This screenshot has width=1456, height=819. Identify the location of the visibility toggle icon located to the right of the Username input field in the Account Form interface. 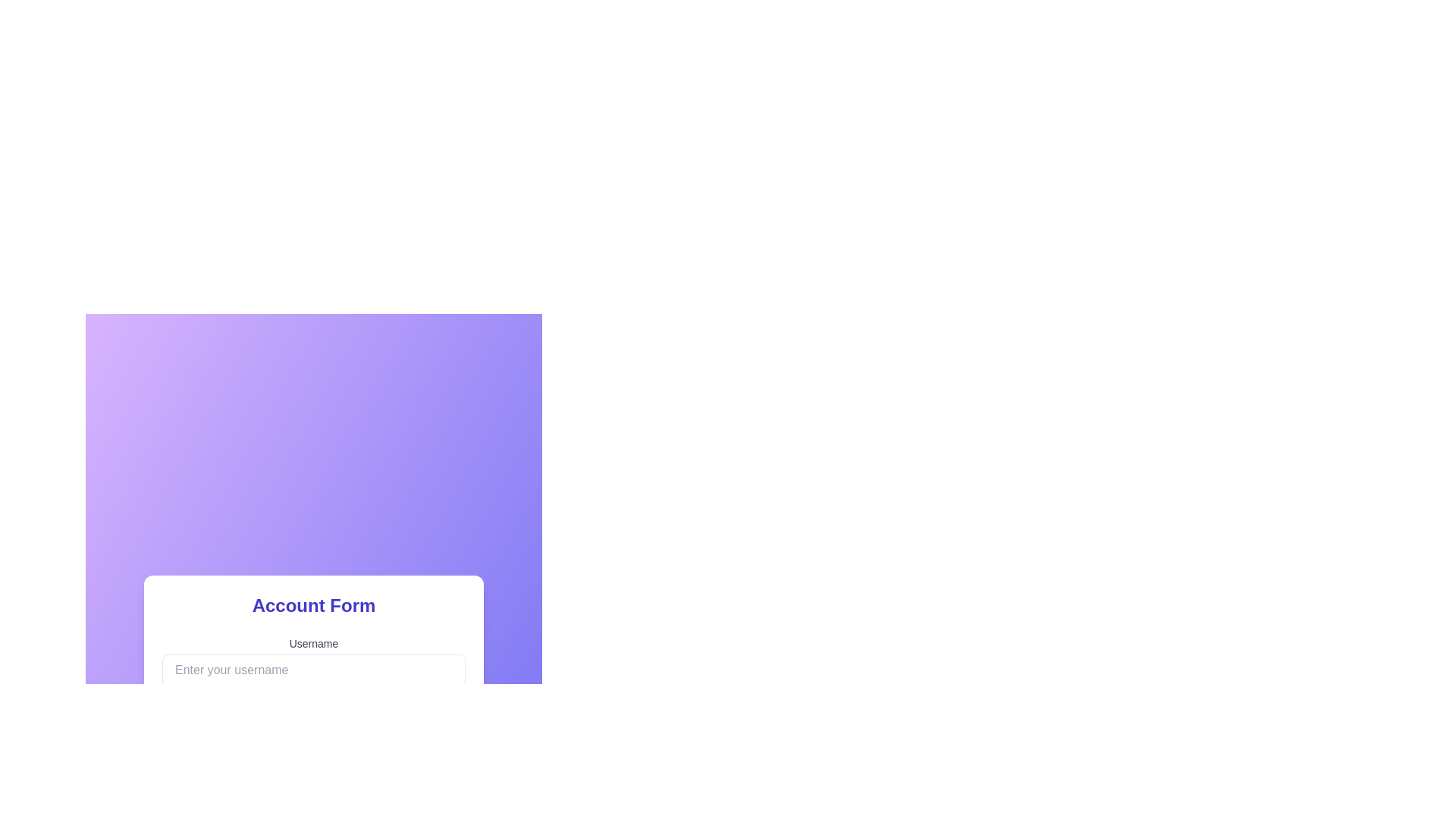
(450, 794).